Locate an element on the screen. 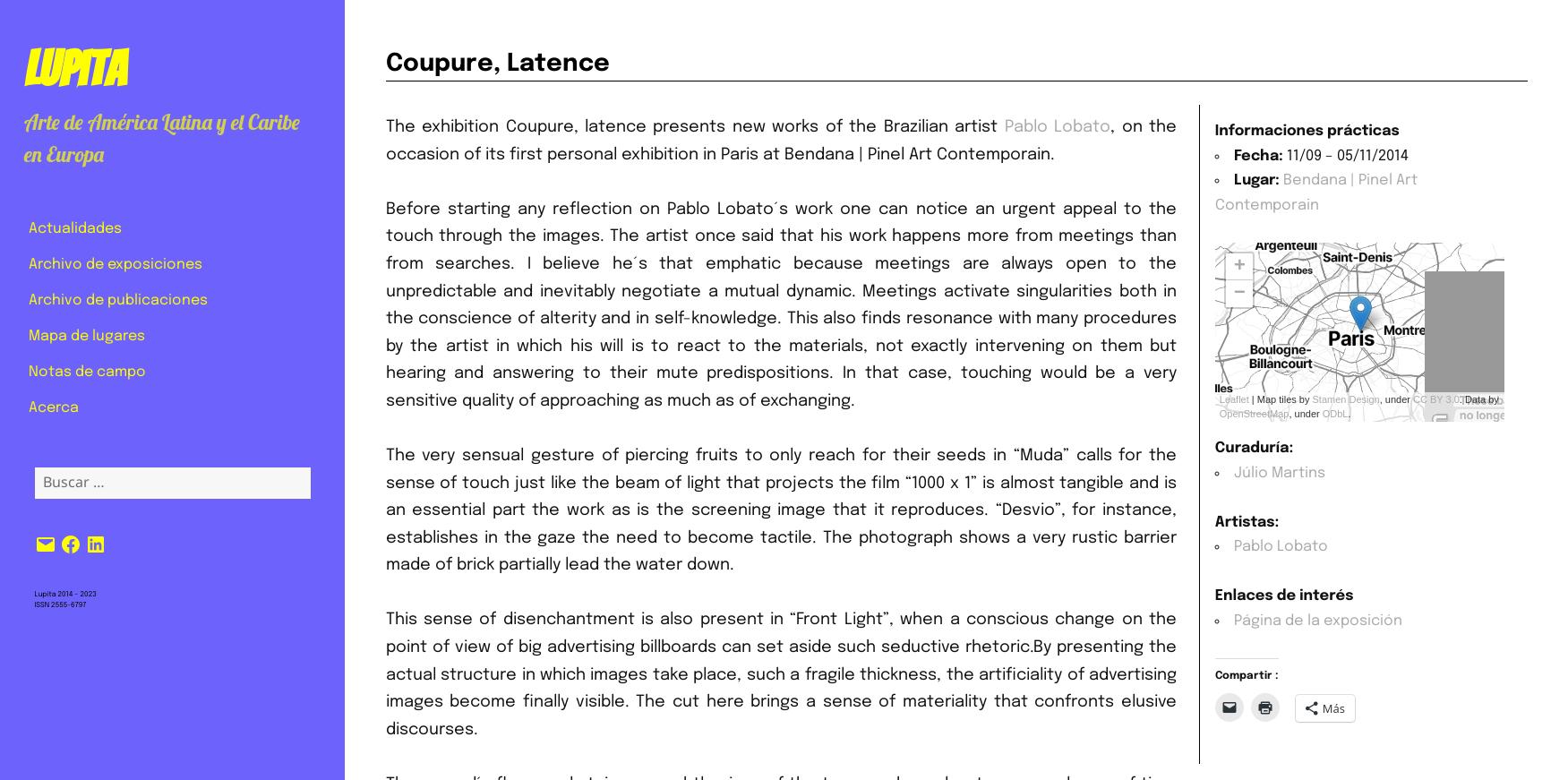 The width and height of the screenshot is (1568, 780). 'Más' is located at coordinates (1332, 708).